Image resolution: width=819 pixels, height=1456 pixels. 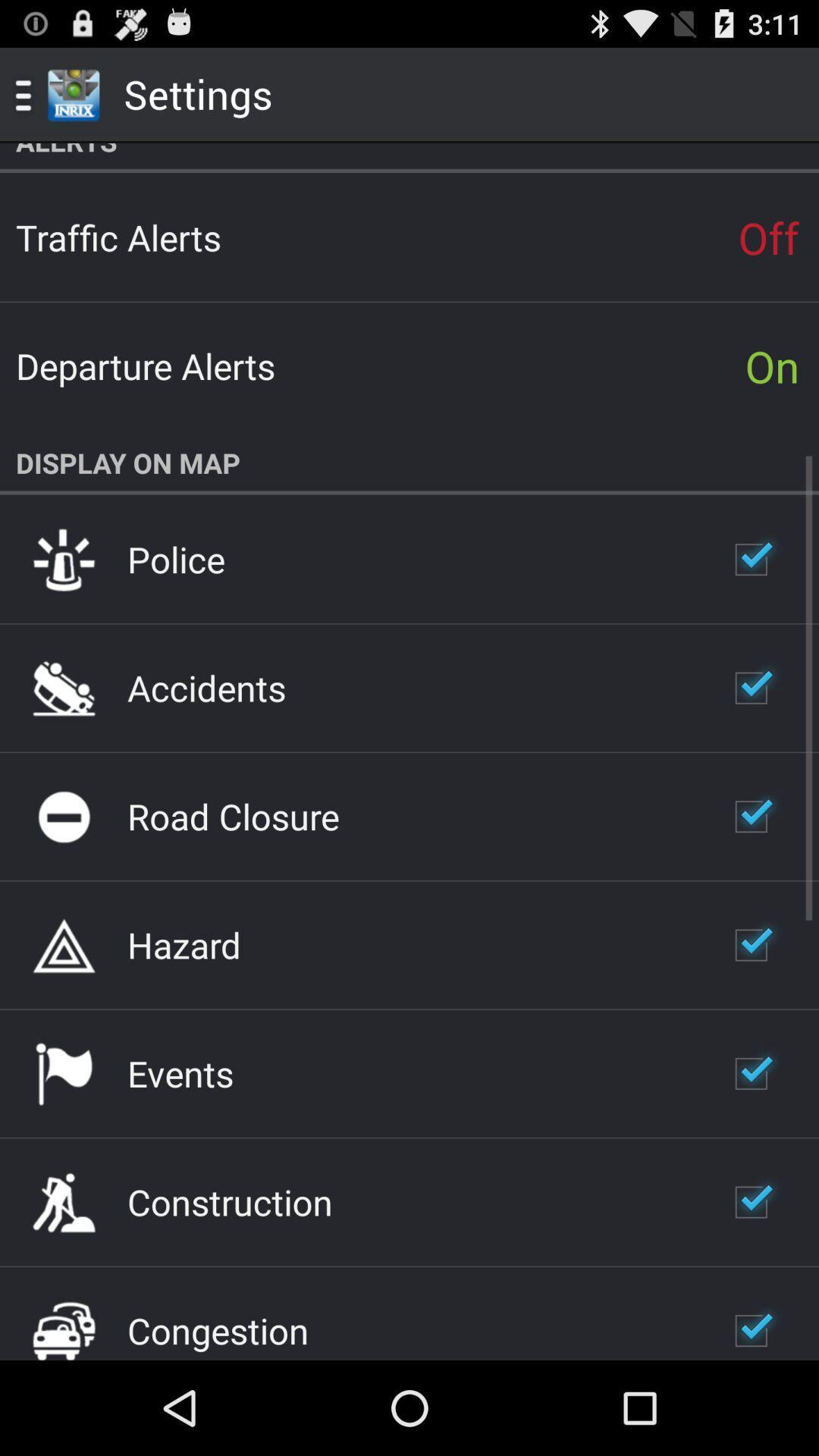 What do you see at coordinates (118, 237) in the screenshot?
I see `traffic alerts icon` at bounding box center [118, 237].